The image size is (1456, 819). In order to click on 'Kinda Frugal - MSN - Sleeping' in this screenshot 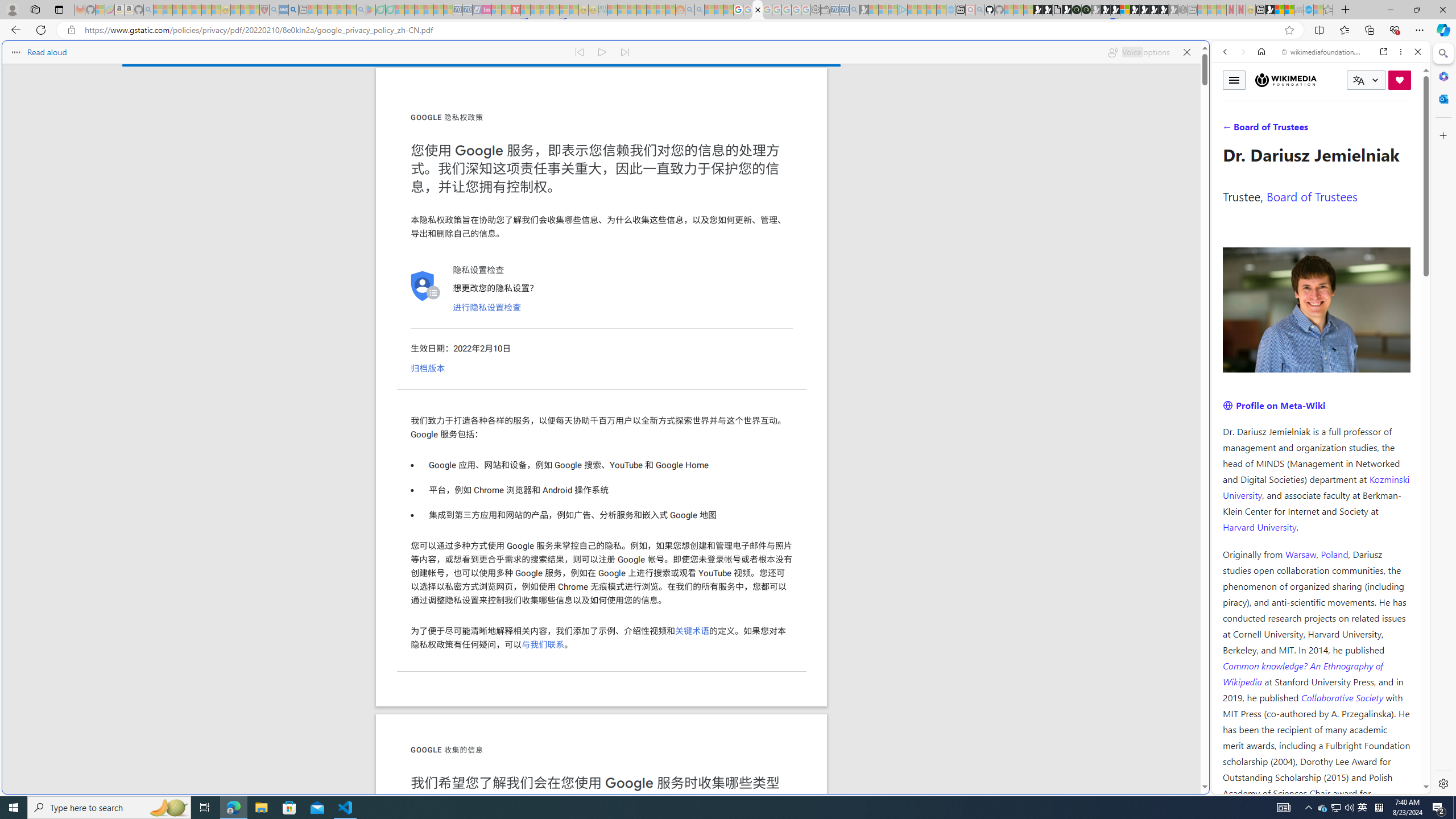, I will do `click(651, 9)`.